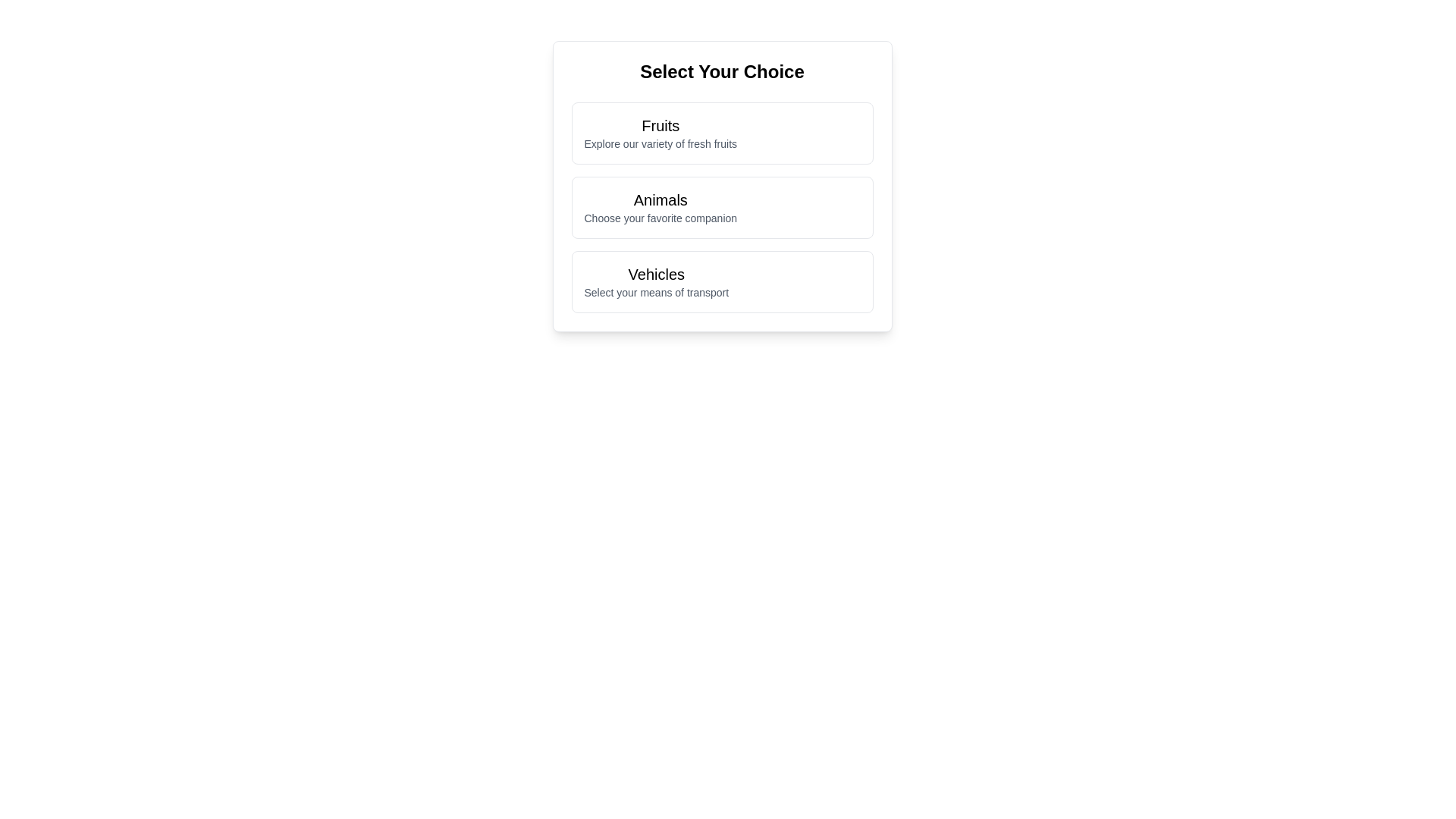 The image size is (1456, 819). I want to click on the static text label that provides details about the 'Fruits' option, located directly below the title 'Fruits' in the first choice card, so click(661, 143).